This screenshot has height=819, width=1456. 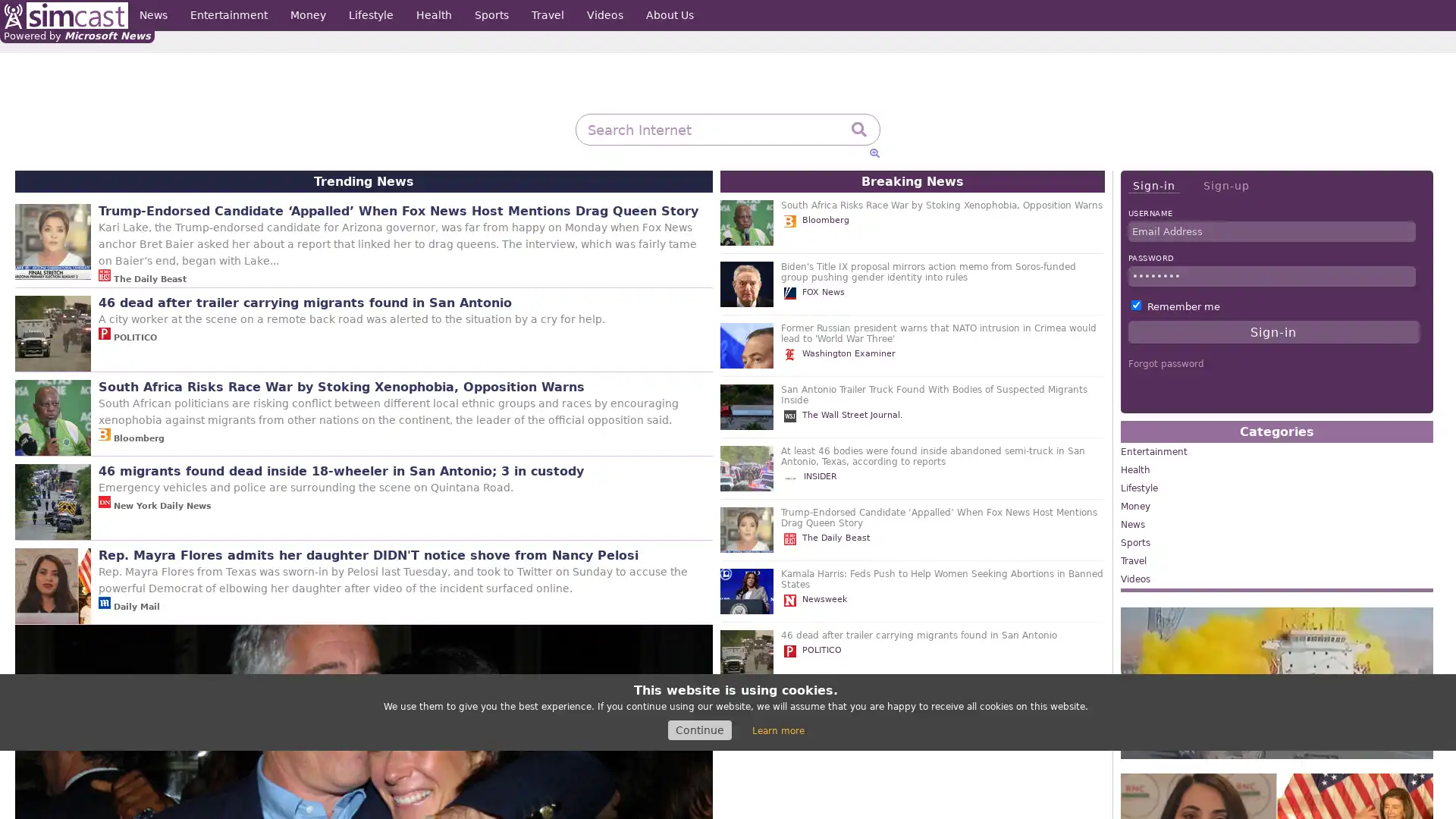 I want to click on Sign-in, so click(x=1153, y=185).